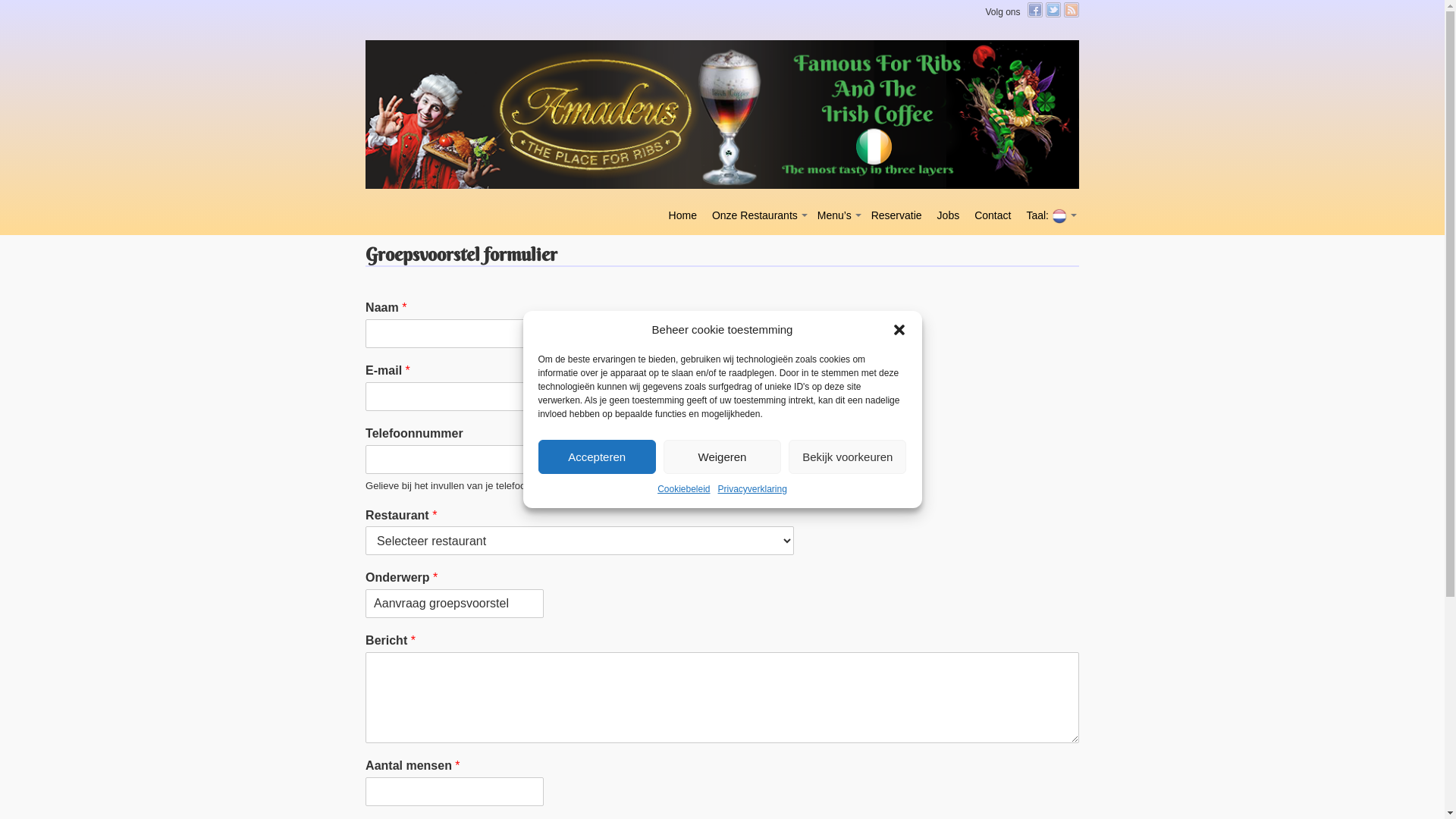 The height and width of the screenshot is (819, 1456). Describe the element at coordinates (1033, 9) in the screenshot. I see `'Facebook'` at that location.